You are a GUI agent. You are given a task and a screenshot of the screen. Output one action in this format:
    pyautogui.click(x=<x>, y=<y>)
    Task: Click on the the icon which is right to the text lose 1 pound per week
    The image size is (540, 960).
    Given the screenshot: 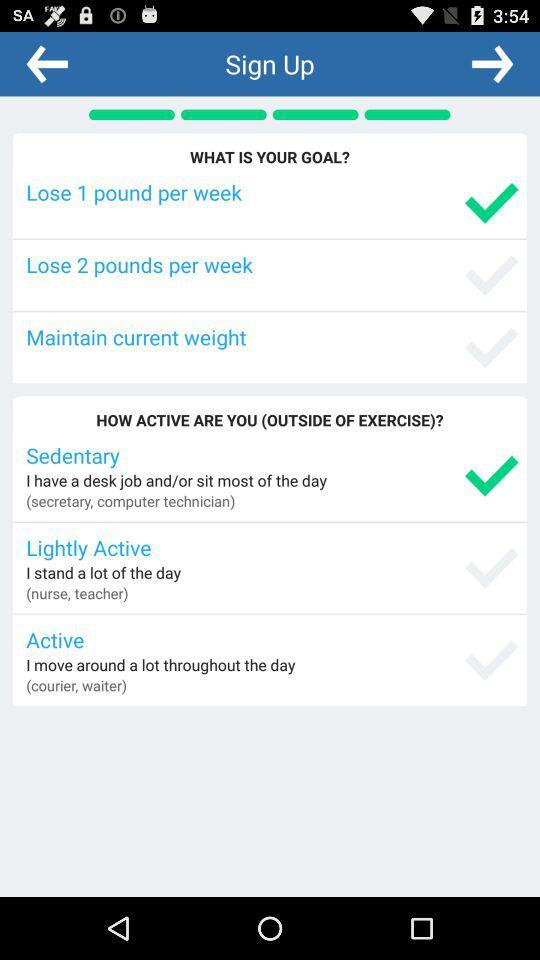 What is the action you would take?
    pyautogui.click(x=490, y=202)
    